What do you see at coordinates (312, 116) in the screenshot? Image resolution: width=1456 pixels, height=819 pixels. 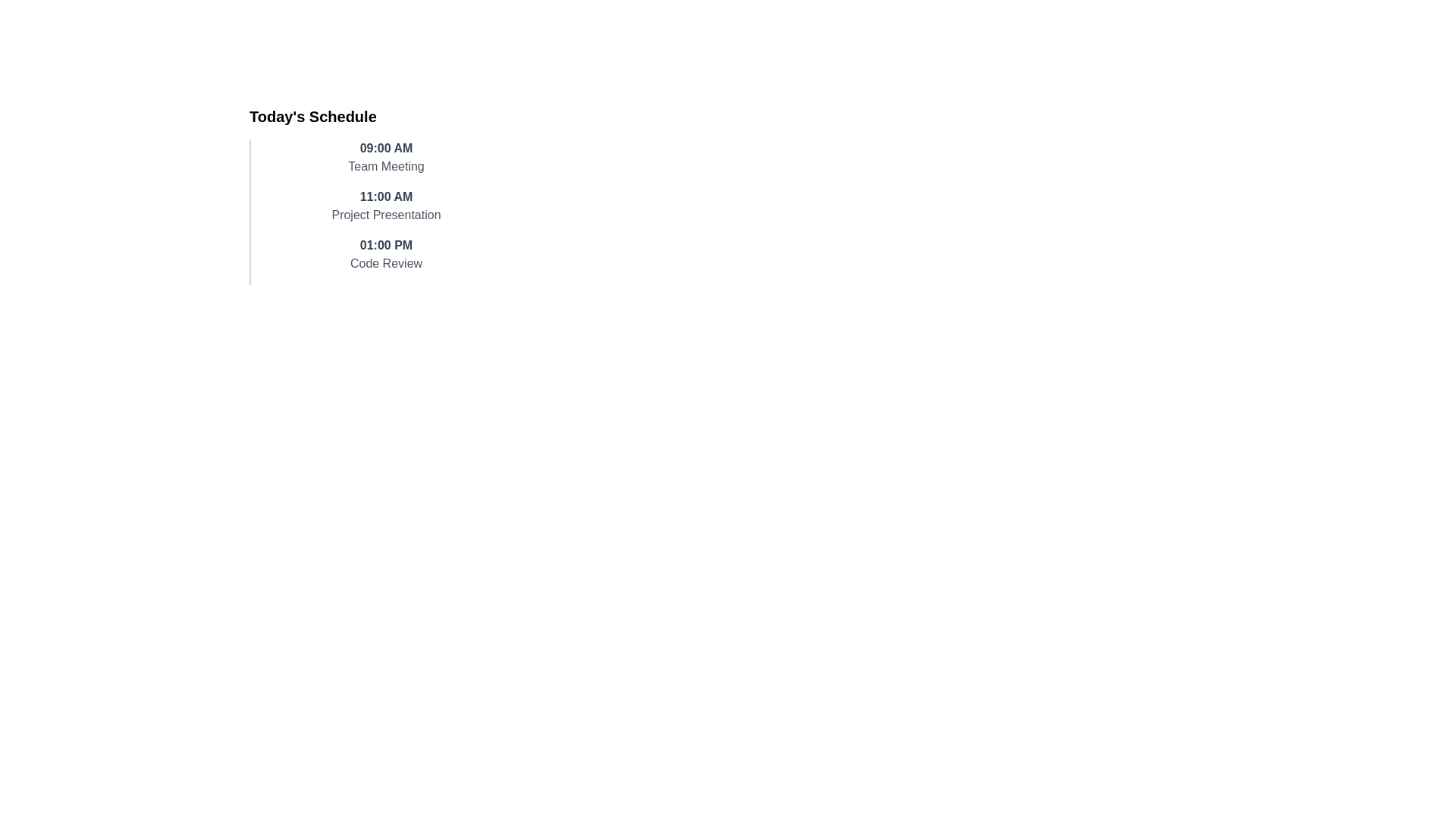 I see `the bold text label displaying 'Today's Schedule', which serves as the header for the list of scheduled events` at bounding box center [312, 116].